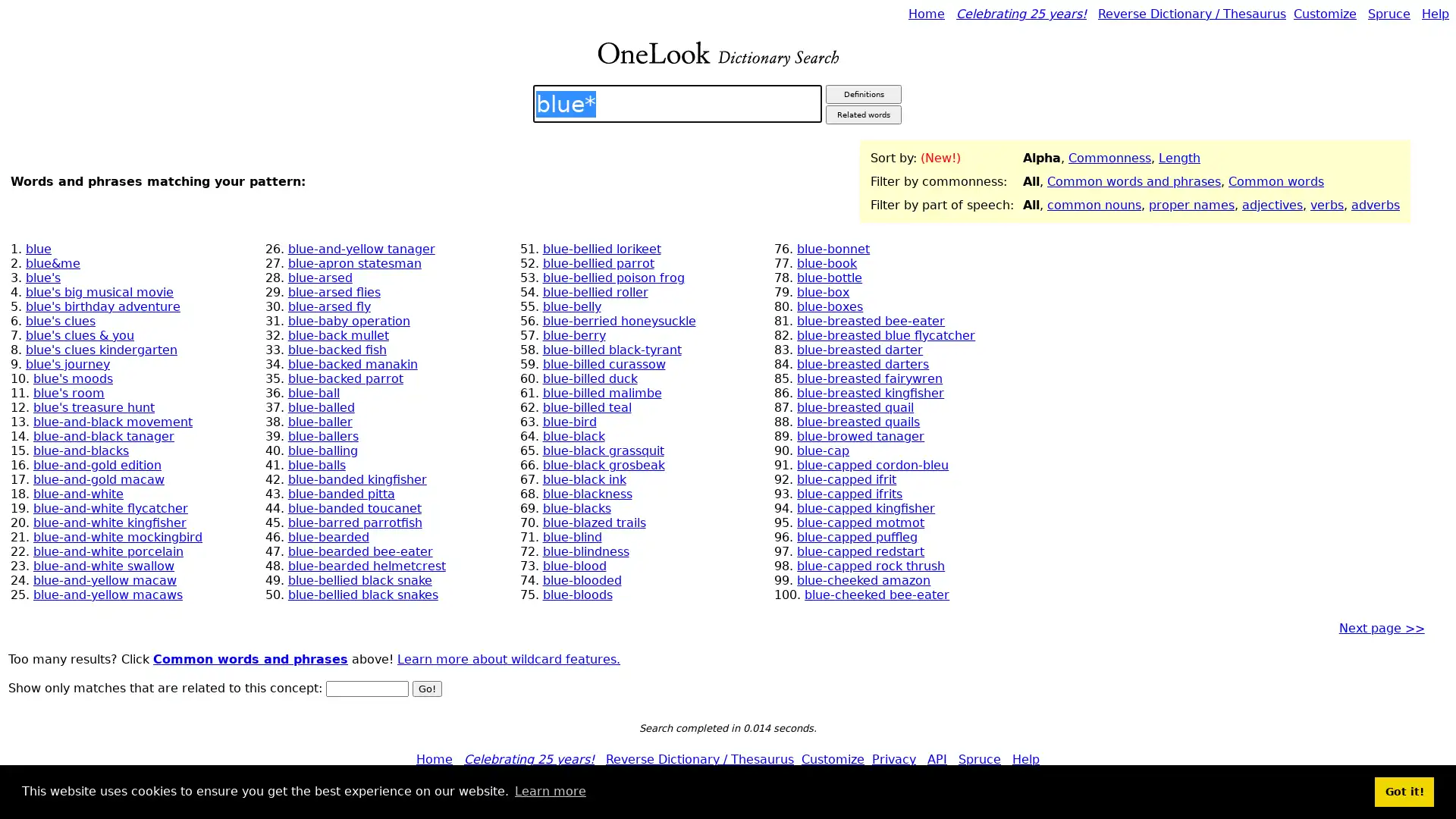 Image resolution: width=1456 pixels, height=819 pixels. Describe the element at coordinates (426, 689) in the screenshot. I see `Go!` at that location.